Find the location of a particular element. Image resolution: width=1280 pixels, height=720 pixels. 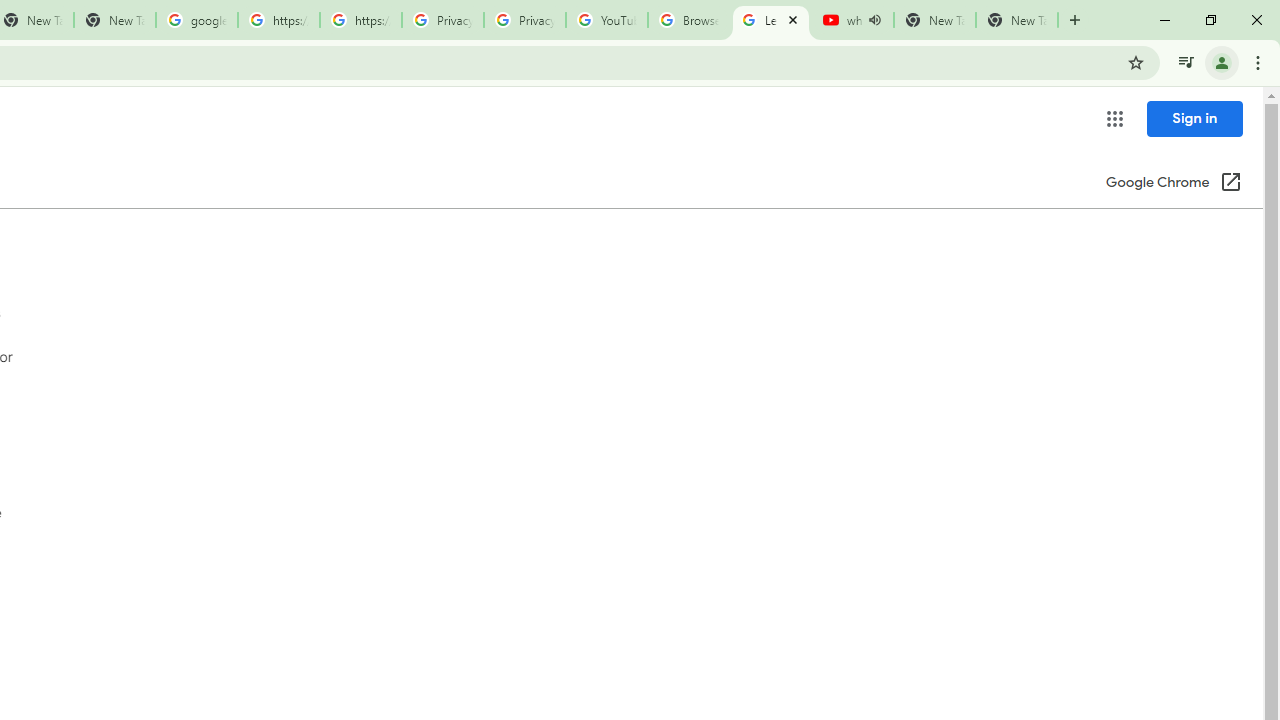

'https://scholar.google.com/' is located at coordinates (278, 20).